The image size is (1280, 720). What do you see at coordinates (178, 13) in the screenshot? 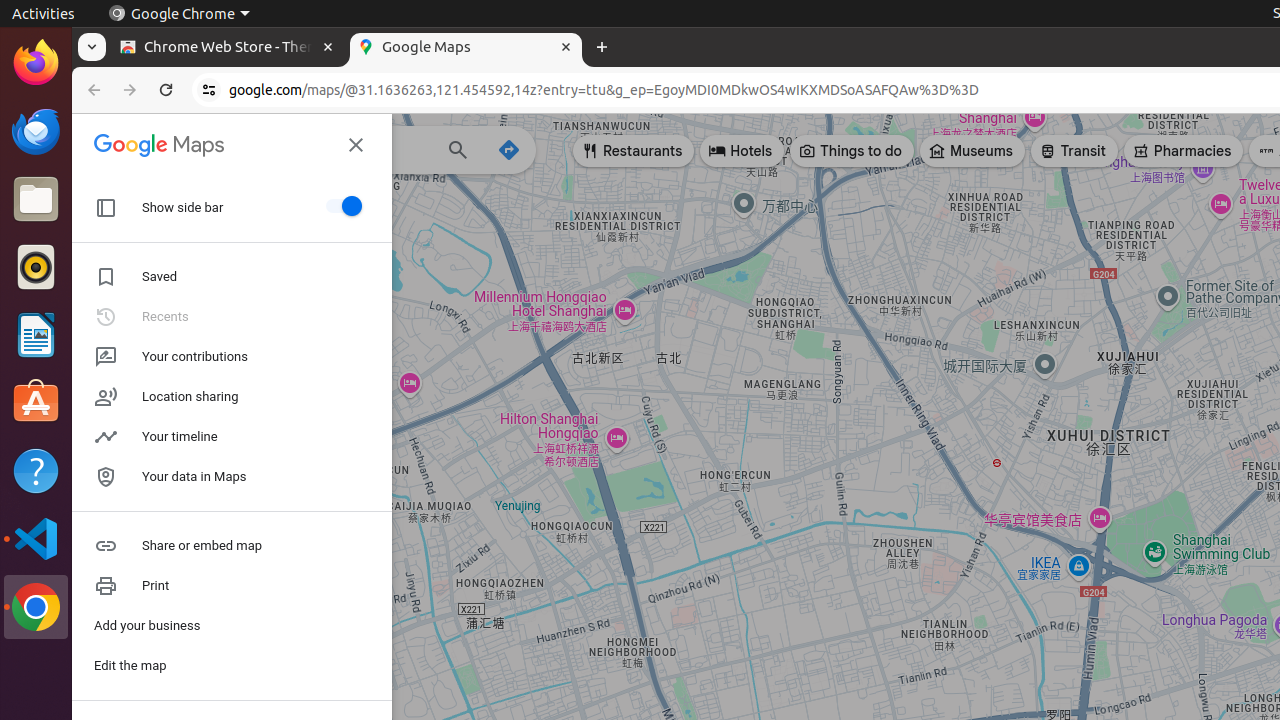
I see `'Google Chrome'` at bounding box center [178, 13].